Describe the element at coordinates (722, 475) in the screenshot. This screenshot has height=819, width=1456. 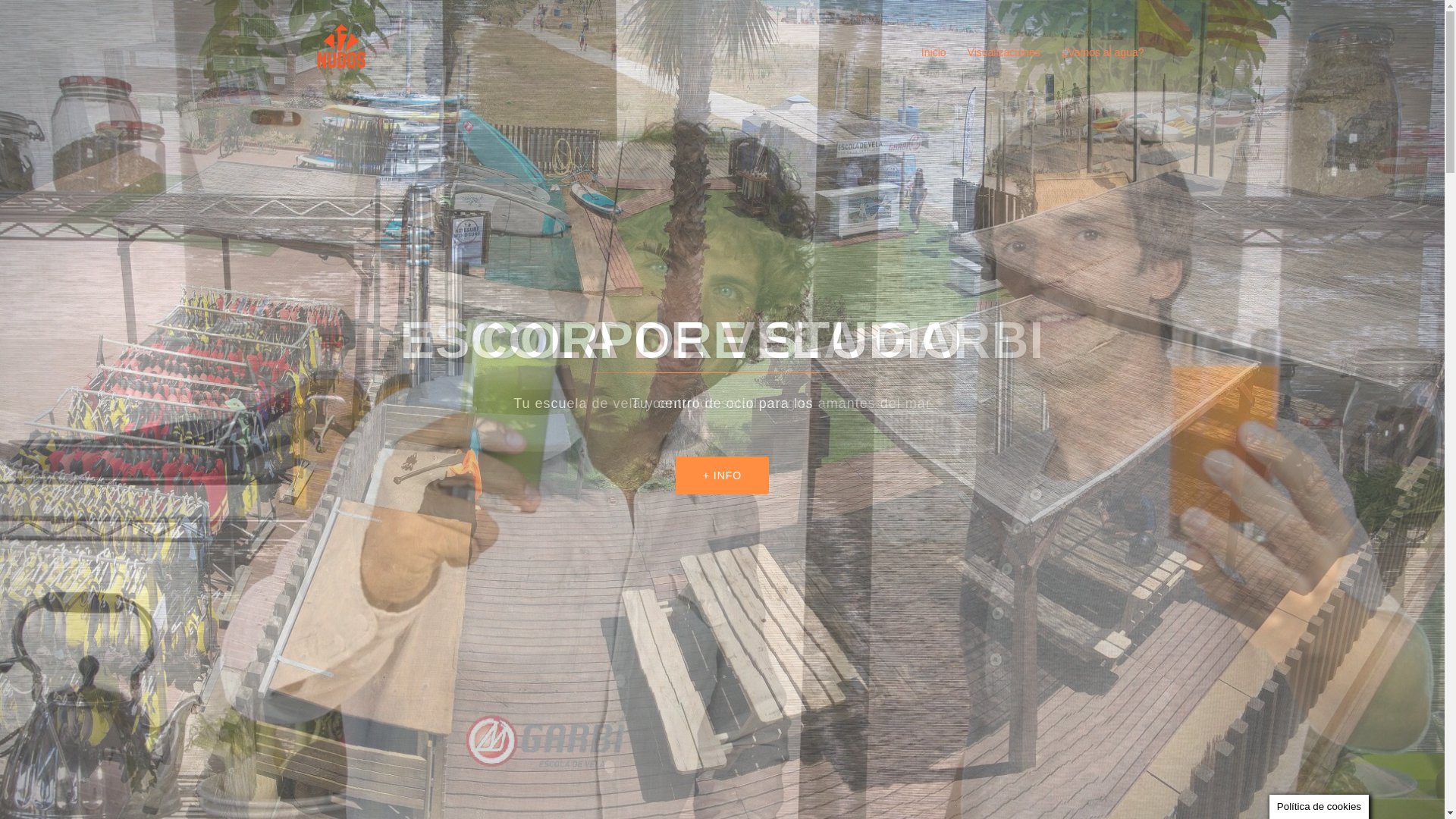
I see `'+ INFO'` at that location.